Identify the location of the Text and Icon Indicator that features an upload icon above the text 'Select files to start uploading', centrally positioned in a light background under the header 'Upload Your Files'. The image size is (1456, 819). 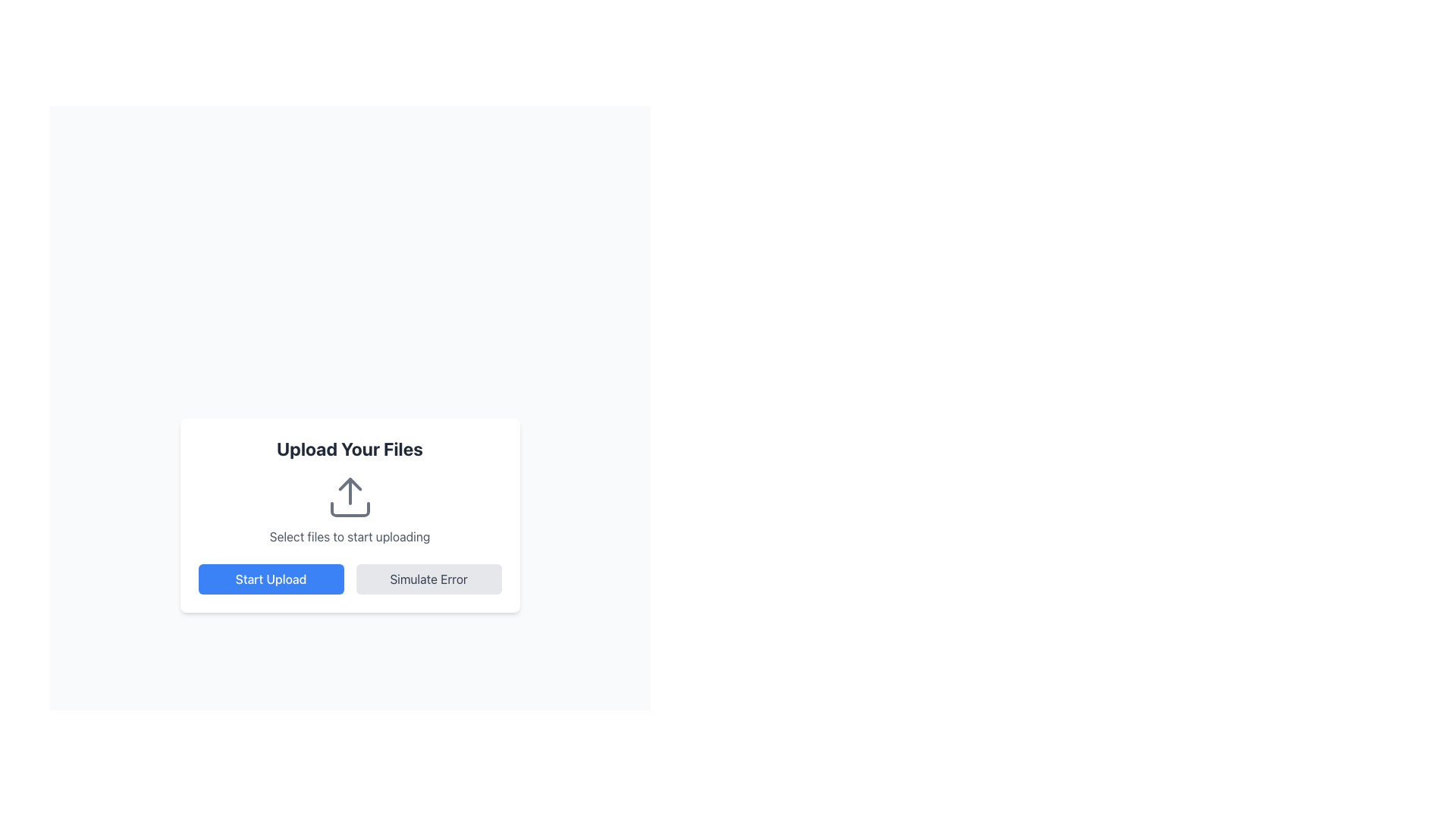
(349, 509).